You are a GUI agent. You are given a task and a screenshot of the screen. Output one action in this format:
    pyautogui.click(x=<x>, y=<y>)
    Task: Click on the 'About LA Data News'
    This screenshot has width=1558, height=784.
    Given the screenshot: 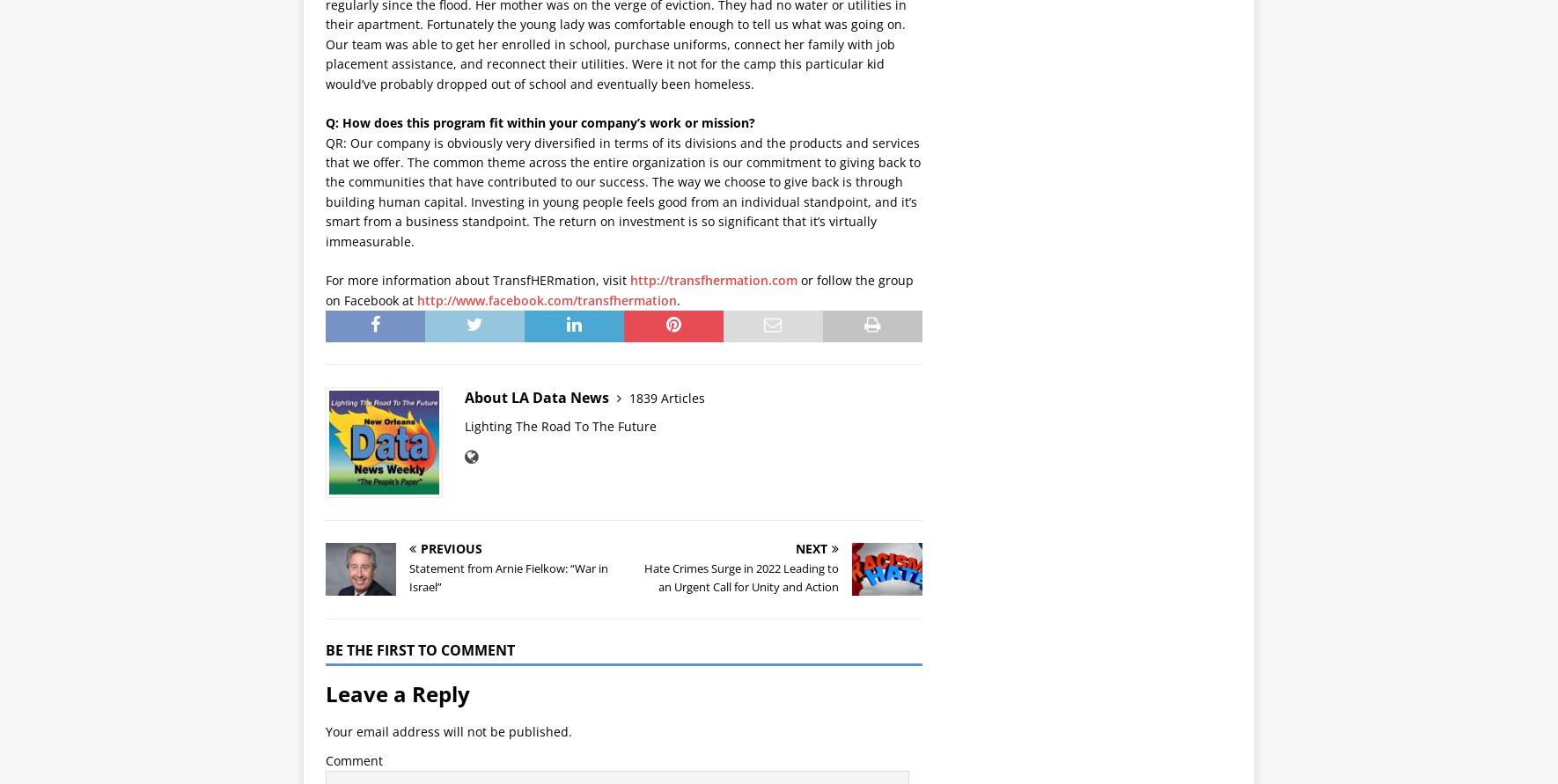 What is the action you would take?
    pyautogui.click(x=538, y=396)
    